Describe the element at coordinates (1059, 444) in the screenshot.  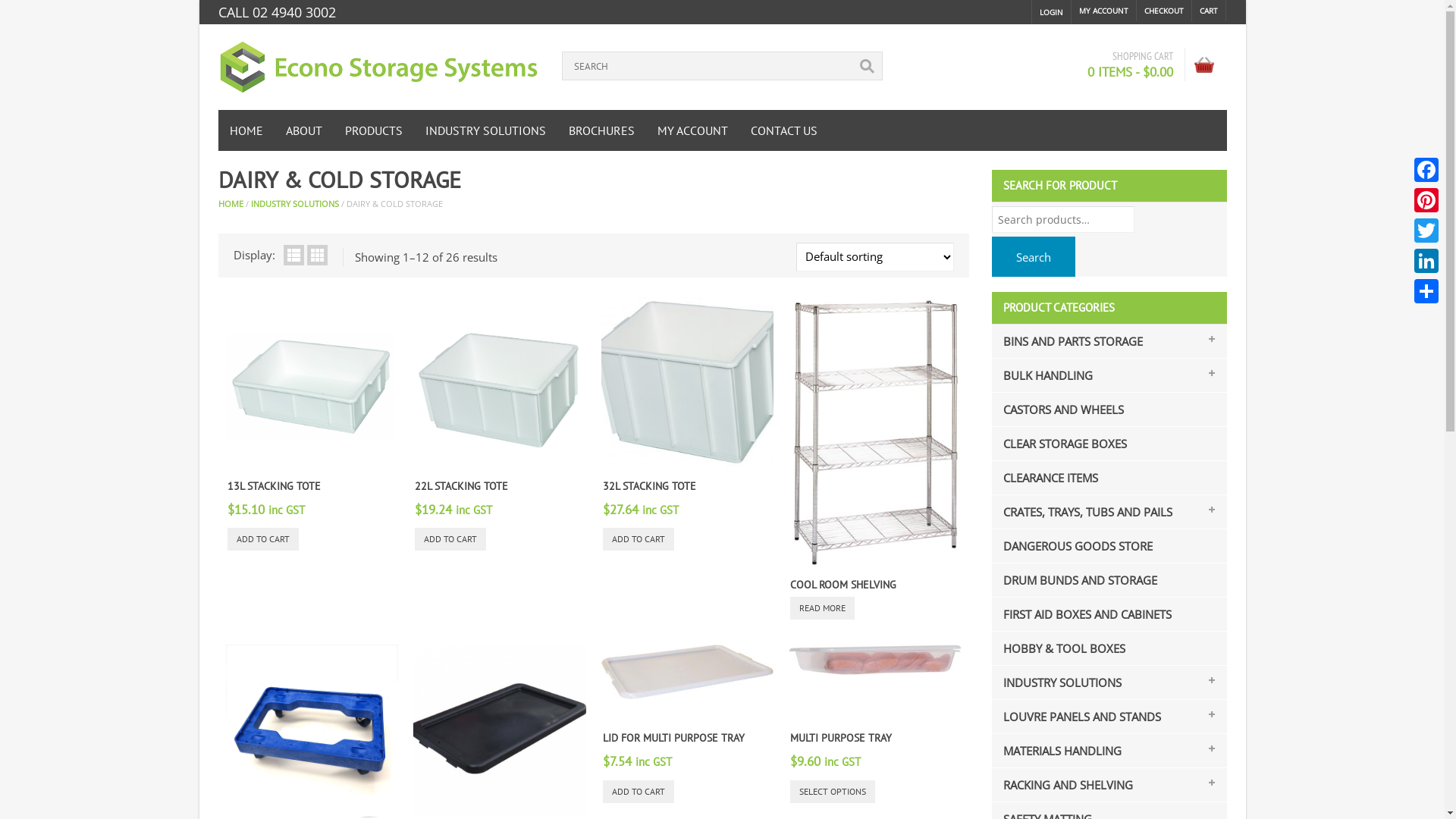
I see `'CLEAR STORAGE BOXES'` at that location.